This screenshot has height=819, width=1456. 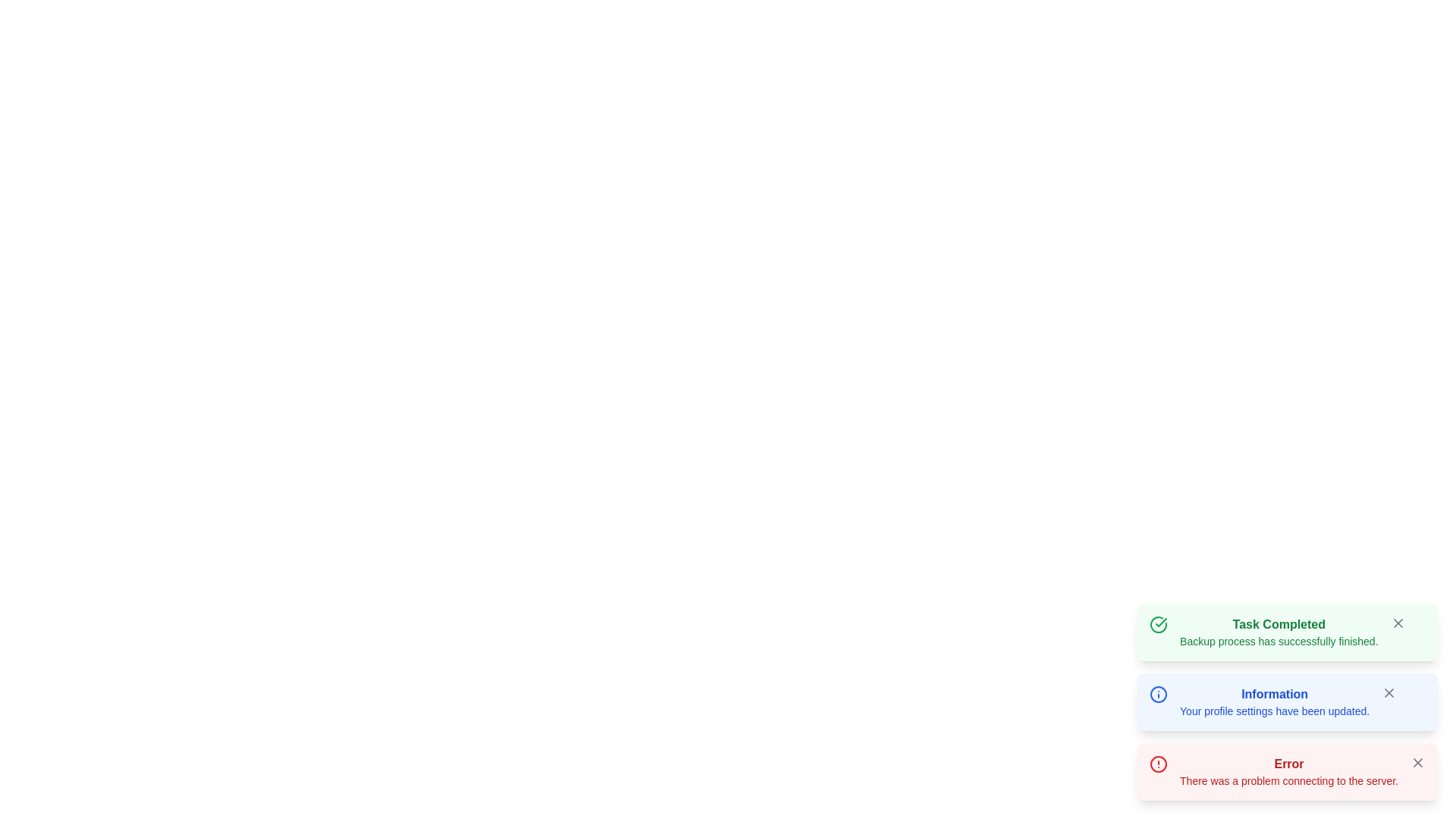 I want to click on the circular outline styled in green that forms part of the 'Task Completed' notification card's checkmark icon, so click(x=1158, y=625).